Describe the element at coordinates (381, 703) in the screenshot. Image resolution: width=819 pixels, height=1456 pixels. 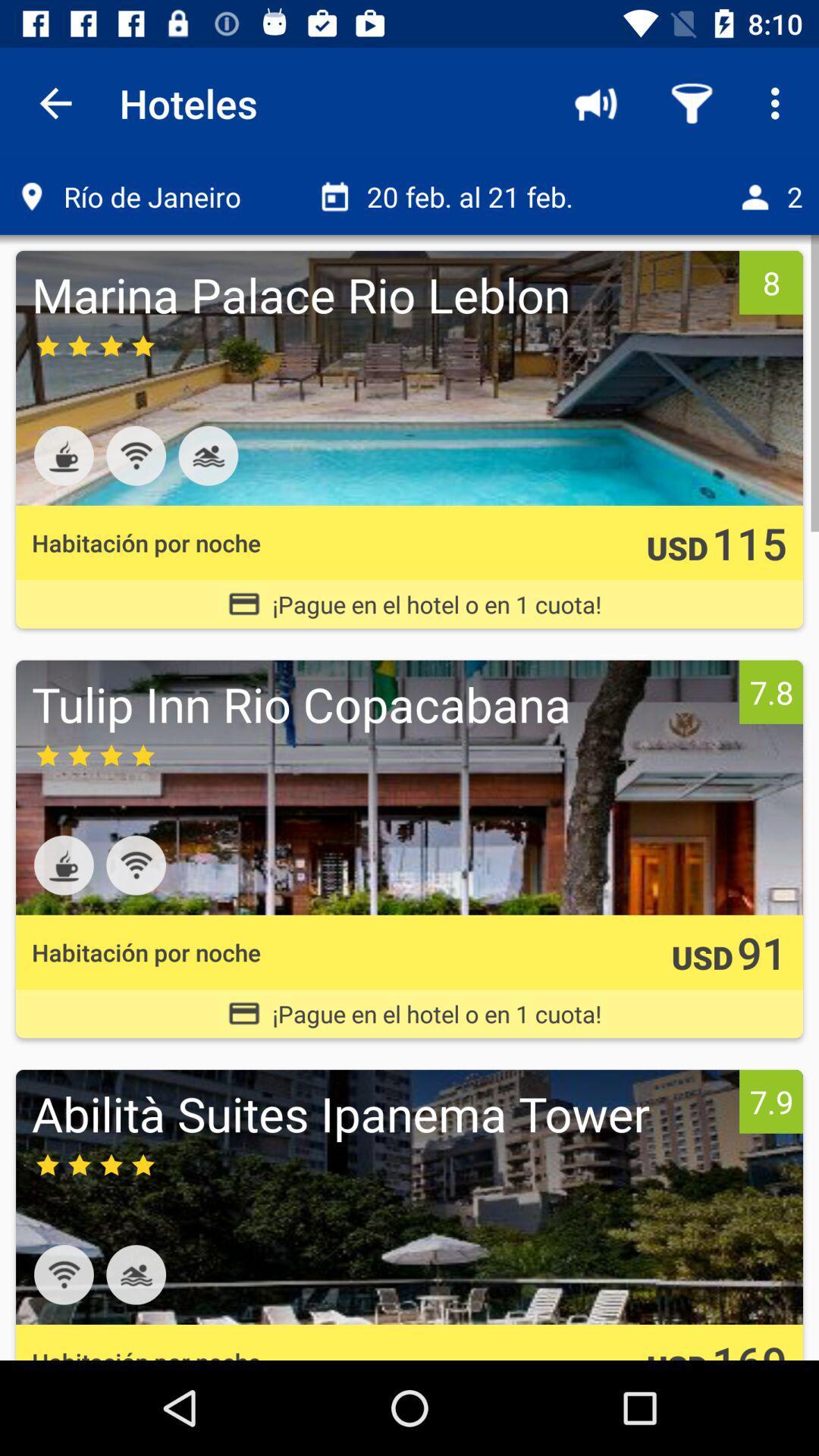
I see `the item below the pague en el icon` at that location.